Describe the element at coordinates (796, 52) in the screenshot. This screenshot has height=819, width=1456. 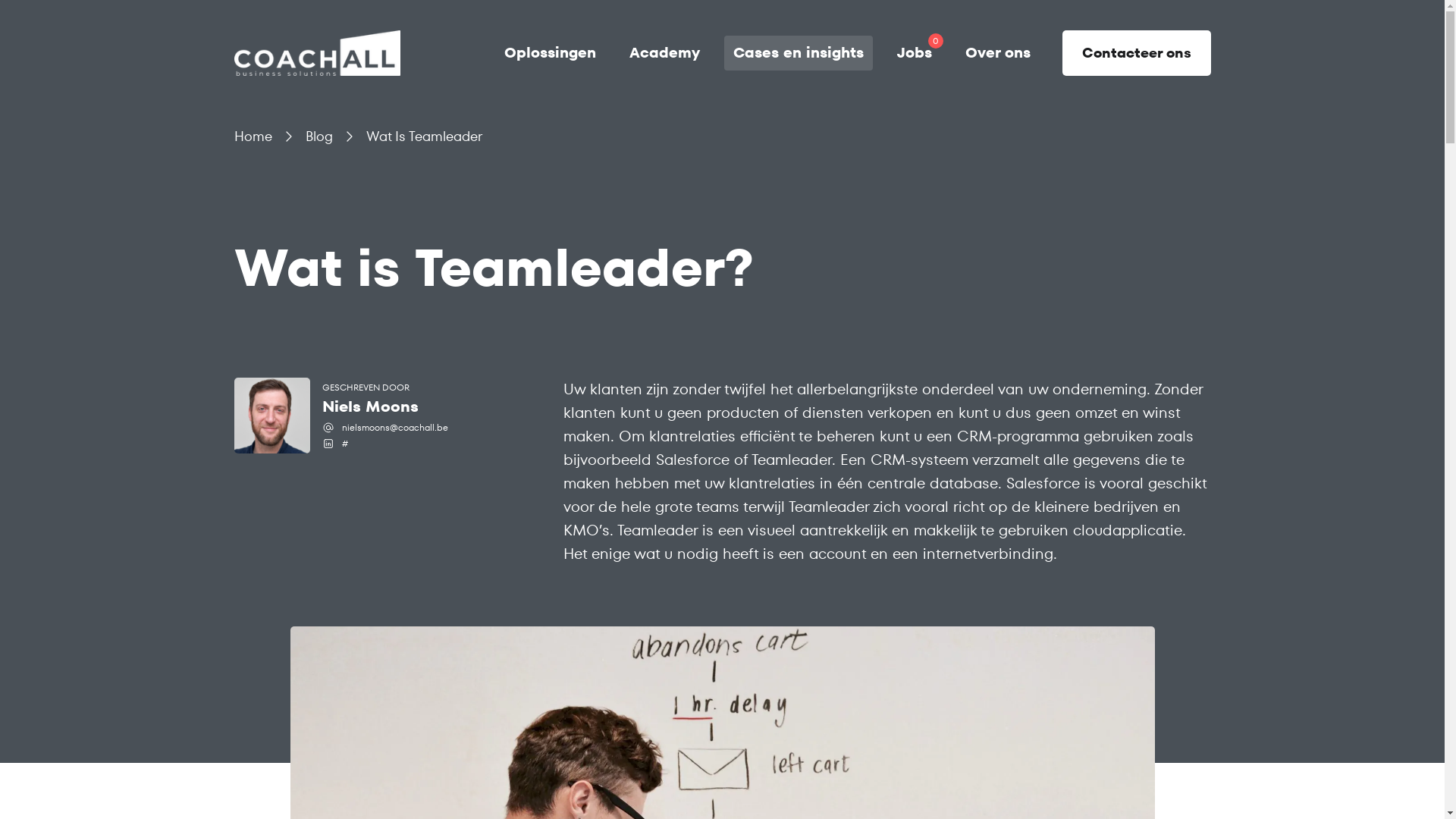
I see `'Cases en insights'` at that location.